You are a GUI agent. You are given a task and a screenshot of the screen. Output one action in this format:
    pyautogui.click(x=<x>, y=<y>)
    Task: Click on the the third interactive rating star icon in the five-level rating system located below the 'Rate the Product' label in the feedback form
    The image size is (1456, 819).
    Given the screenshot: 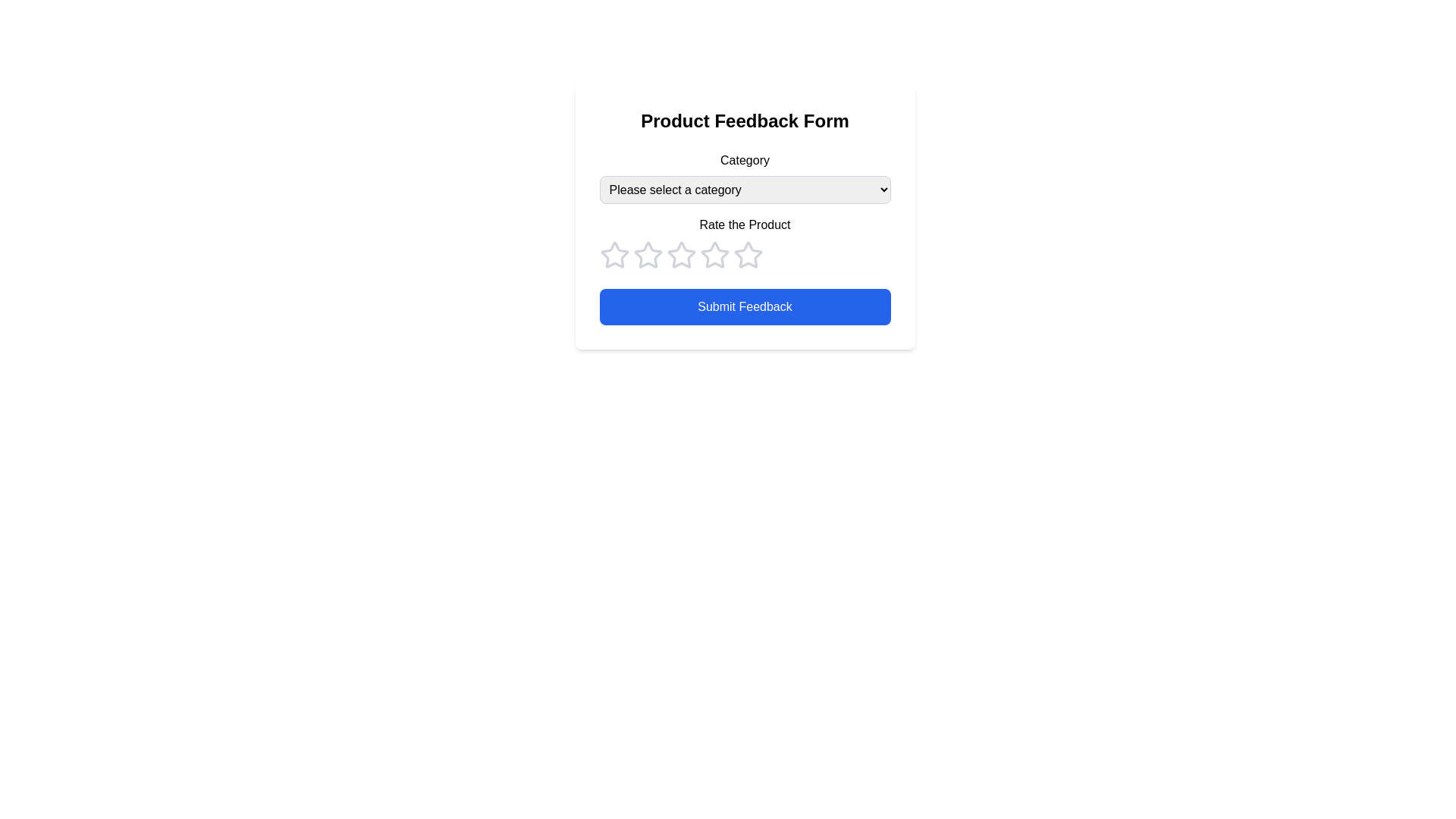 What is the action you would take?
    pyautogui.click(x=680, y=254)
    